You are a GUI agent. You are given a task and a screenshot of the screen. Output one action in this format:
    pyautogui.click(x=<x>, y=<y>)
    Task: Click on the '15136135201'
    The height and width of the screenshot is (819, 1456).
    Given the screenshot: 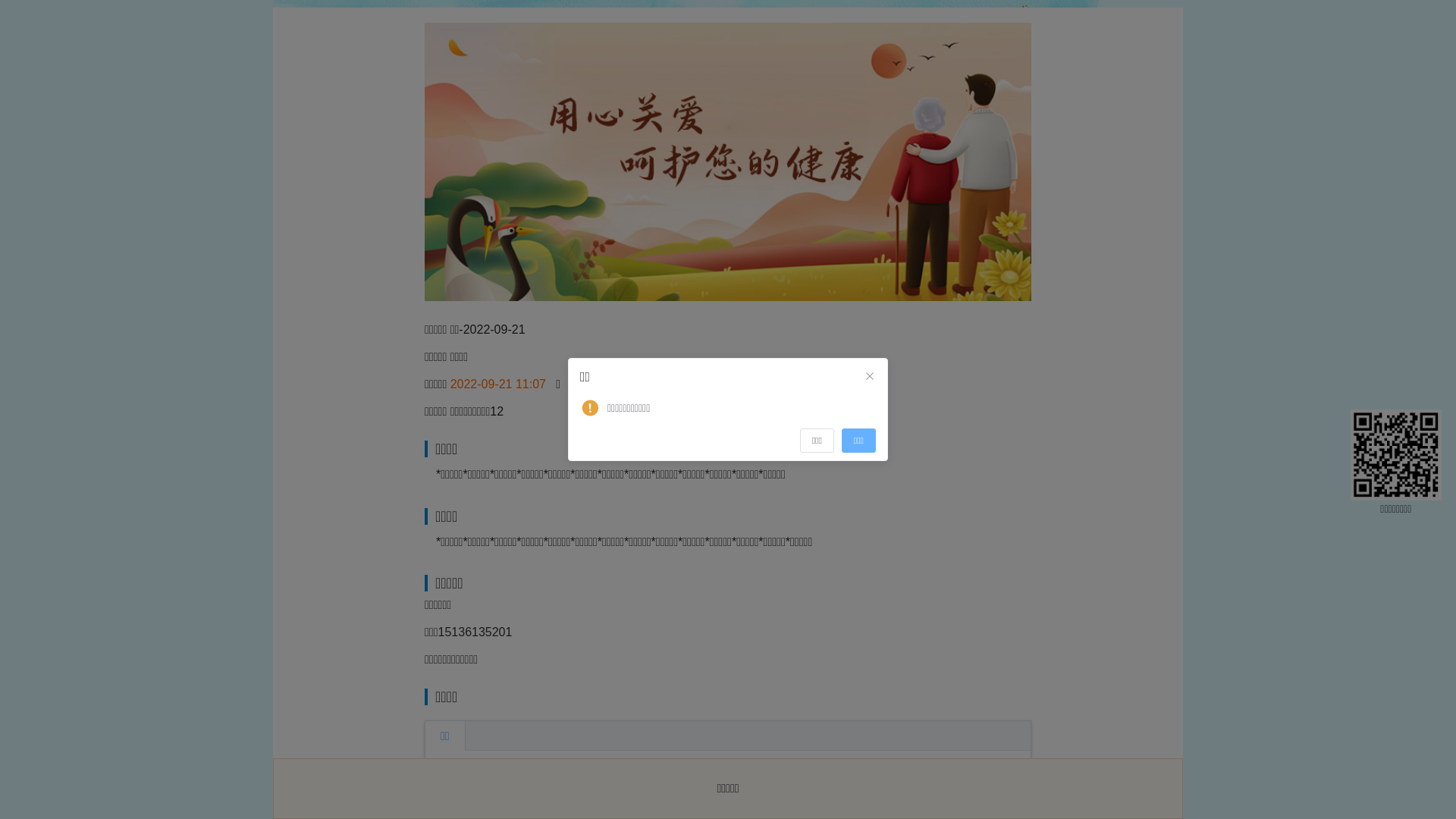 What is the action you would take?
    pyautogui.click(x=475, y=632)
    